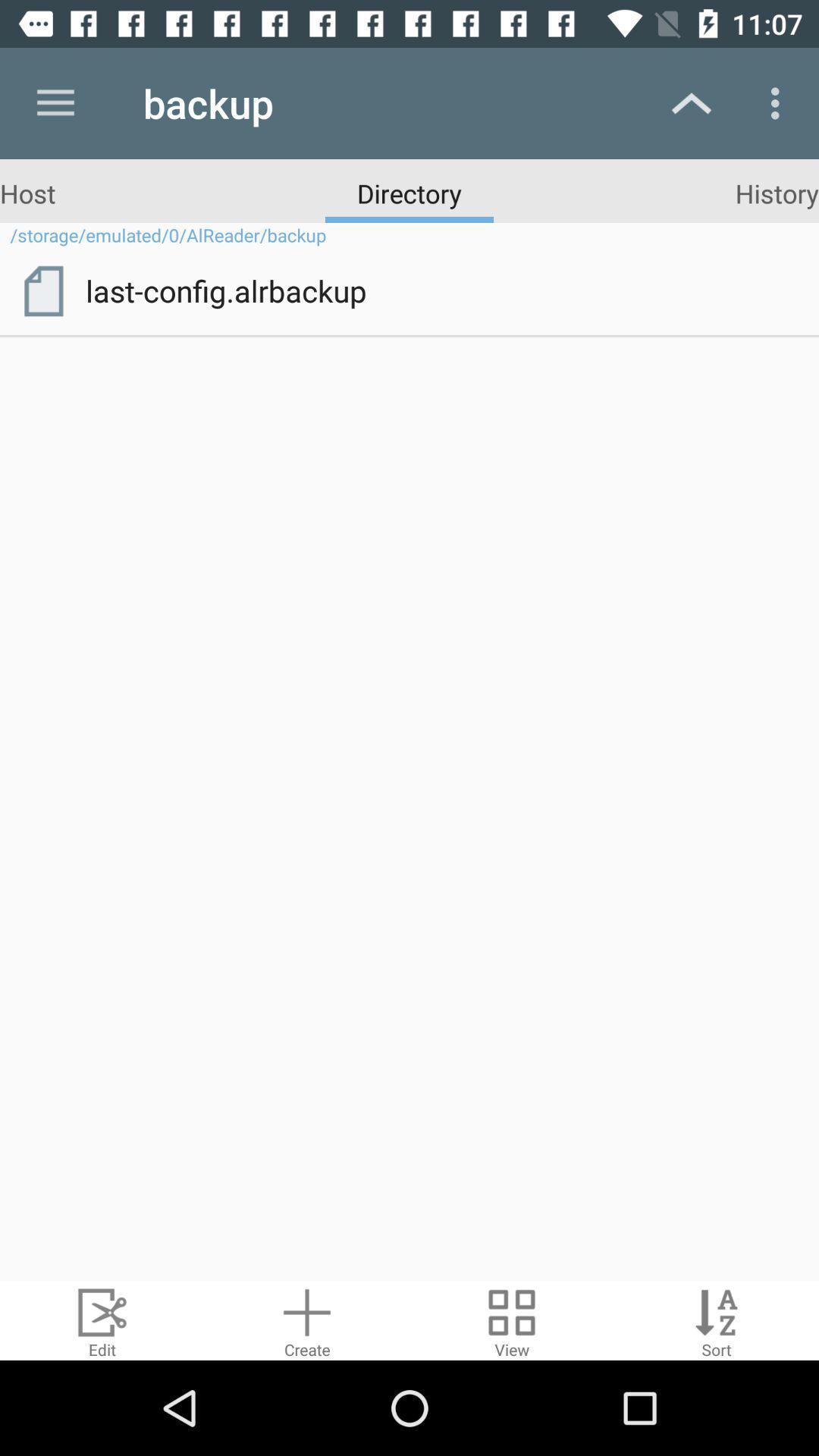  Describe the element at coordinates (779, 102) in the screenshot. I see `the item above the history` at that location.